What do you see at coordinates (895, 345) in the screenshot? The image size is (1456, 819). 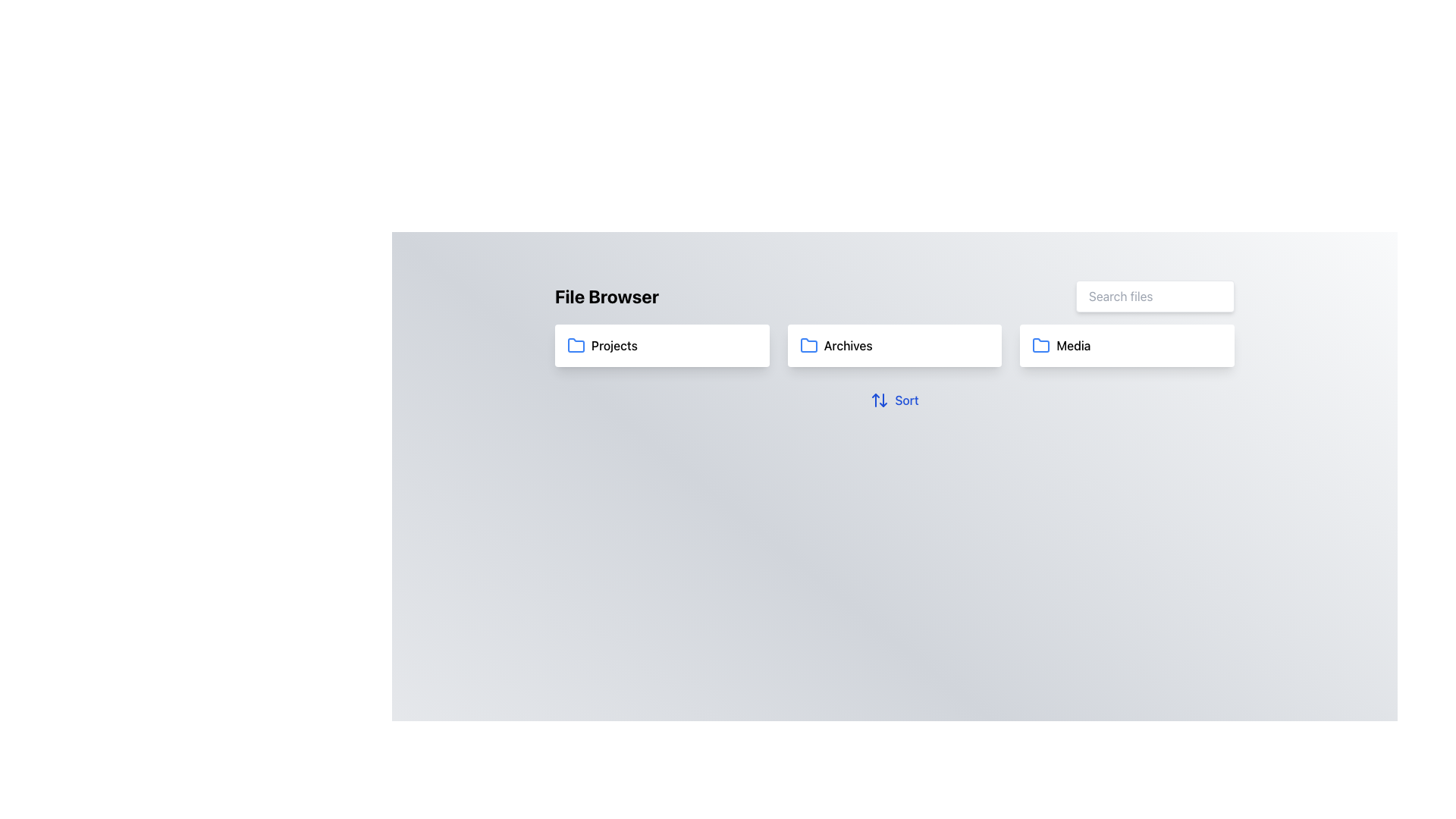 I see `the navigational list item labeled 'Archives'` at bounding box center [895, 345].